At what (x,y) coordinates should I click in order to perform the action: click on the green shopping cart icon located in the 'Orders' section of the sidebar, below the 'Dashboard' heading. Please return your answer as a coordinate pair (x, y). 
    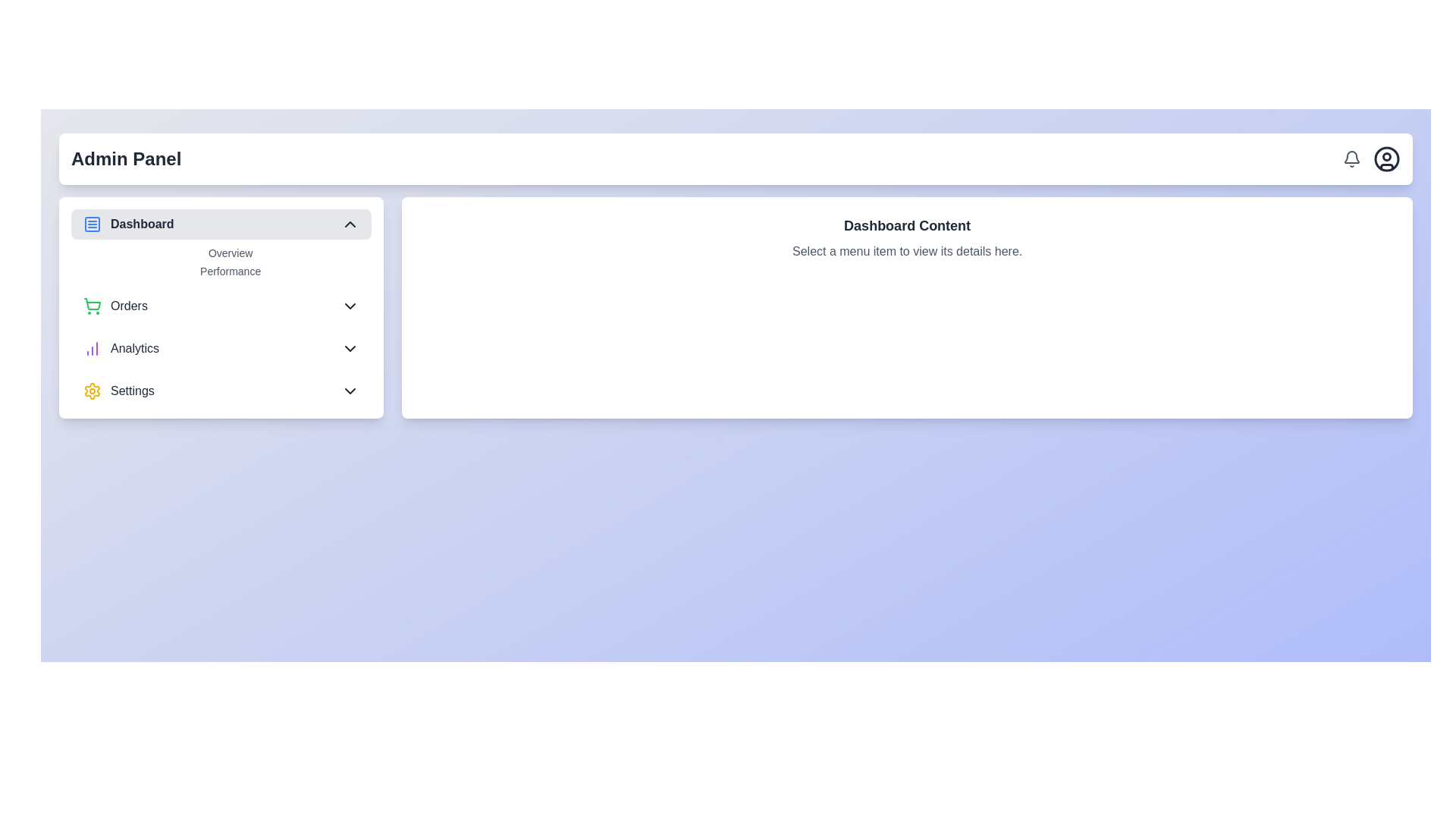
    Looking at the image, I should click on (92, 304).